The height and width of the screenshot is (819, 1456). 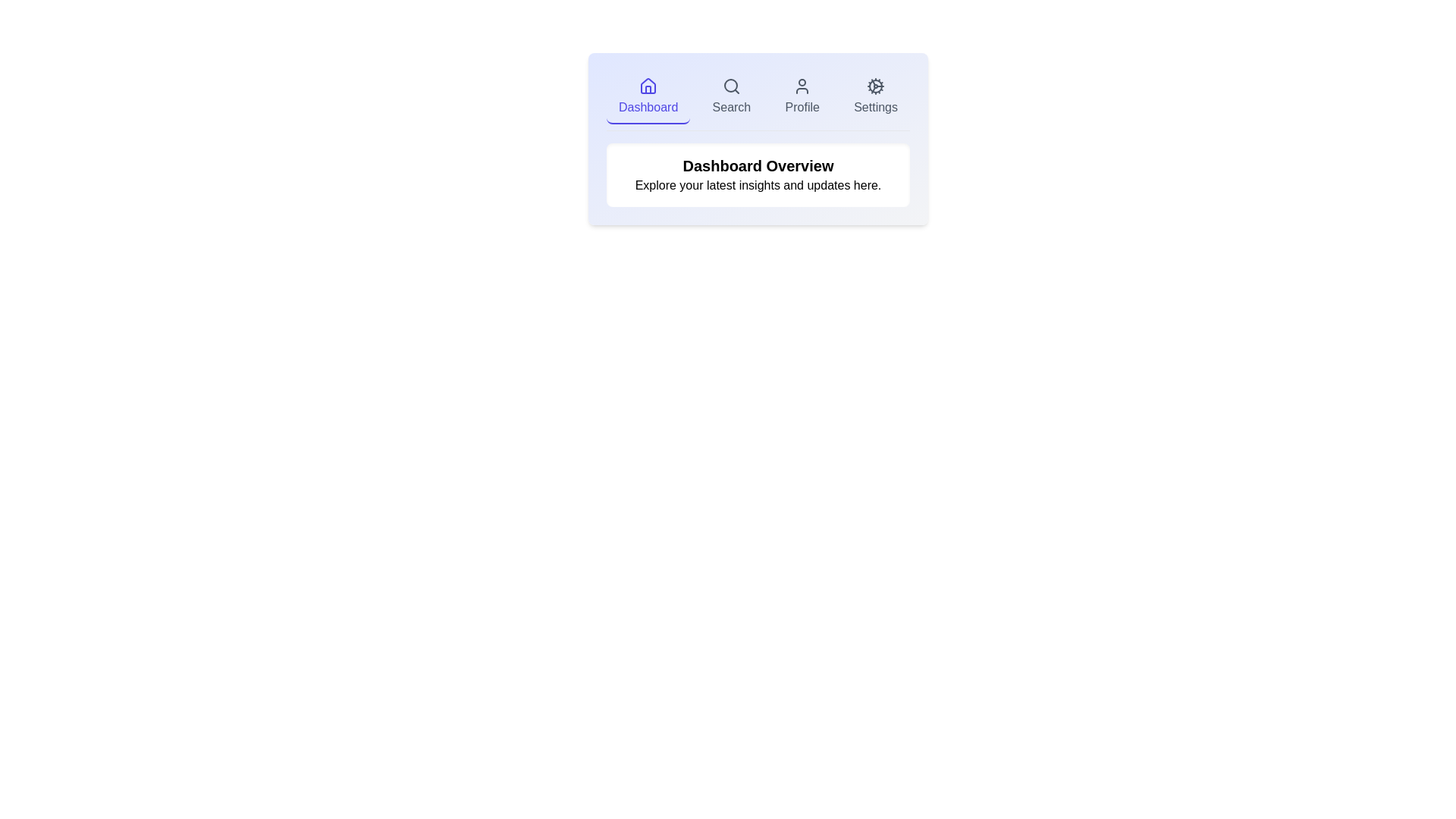 I want to click on the Navigation Button located in the horizontal navigation bar, which is the second item following the Dashboard button, so click(x=731, y=97).